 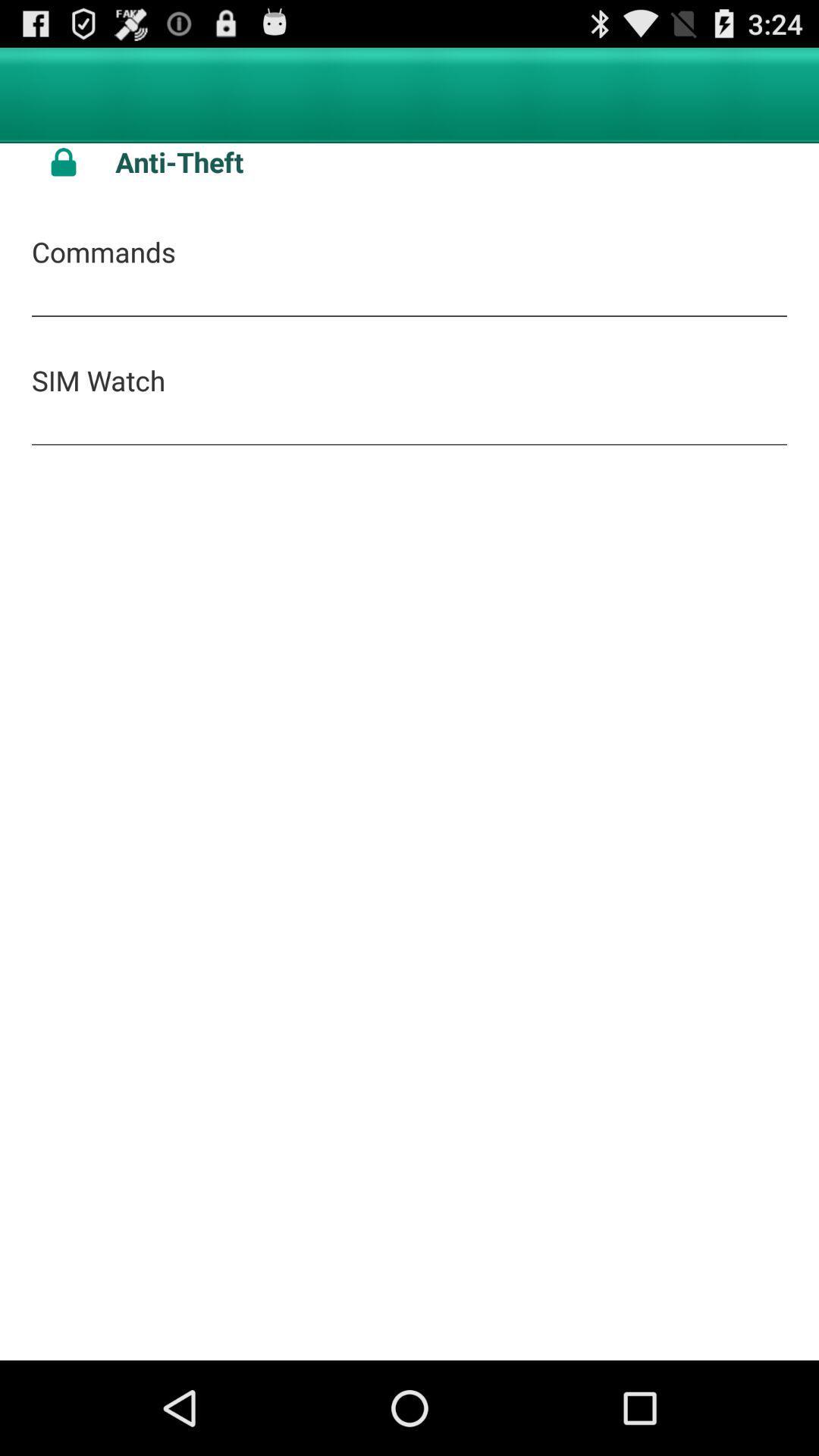 I want to click on item above the sim watch item, so click(x=102, y=252).